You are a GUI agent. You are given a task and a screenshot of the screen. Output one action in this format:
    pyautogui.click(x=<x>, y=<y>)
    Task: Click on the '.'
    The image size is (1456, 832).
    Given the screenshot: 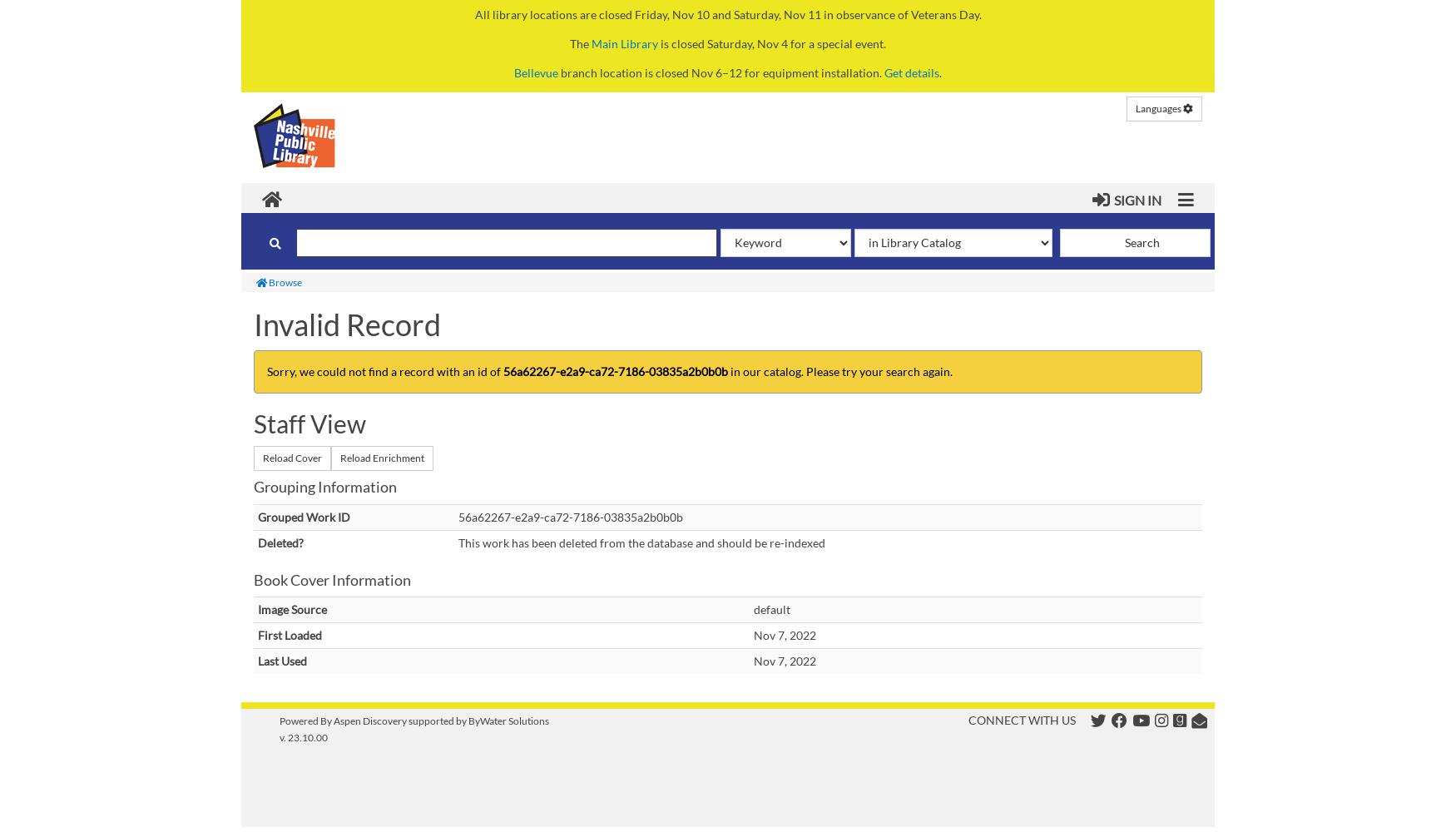 What is the action you would take?
    pyautogui.click(x=939, y=72)
    